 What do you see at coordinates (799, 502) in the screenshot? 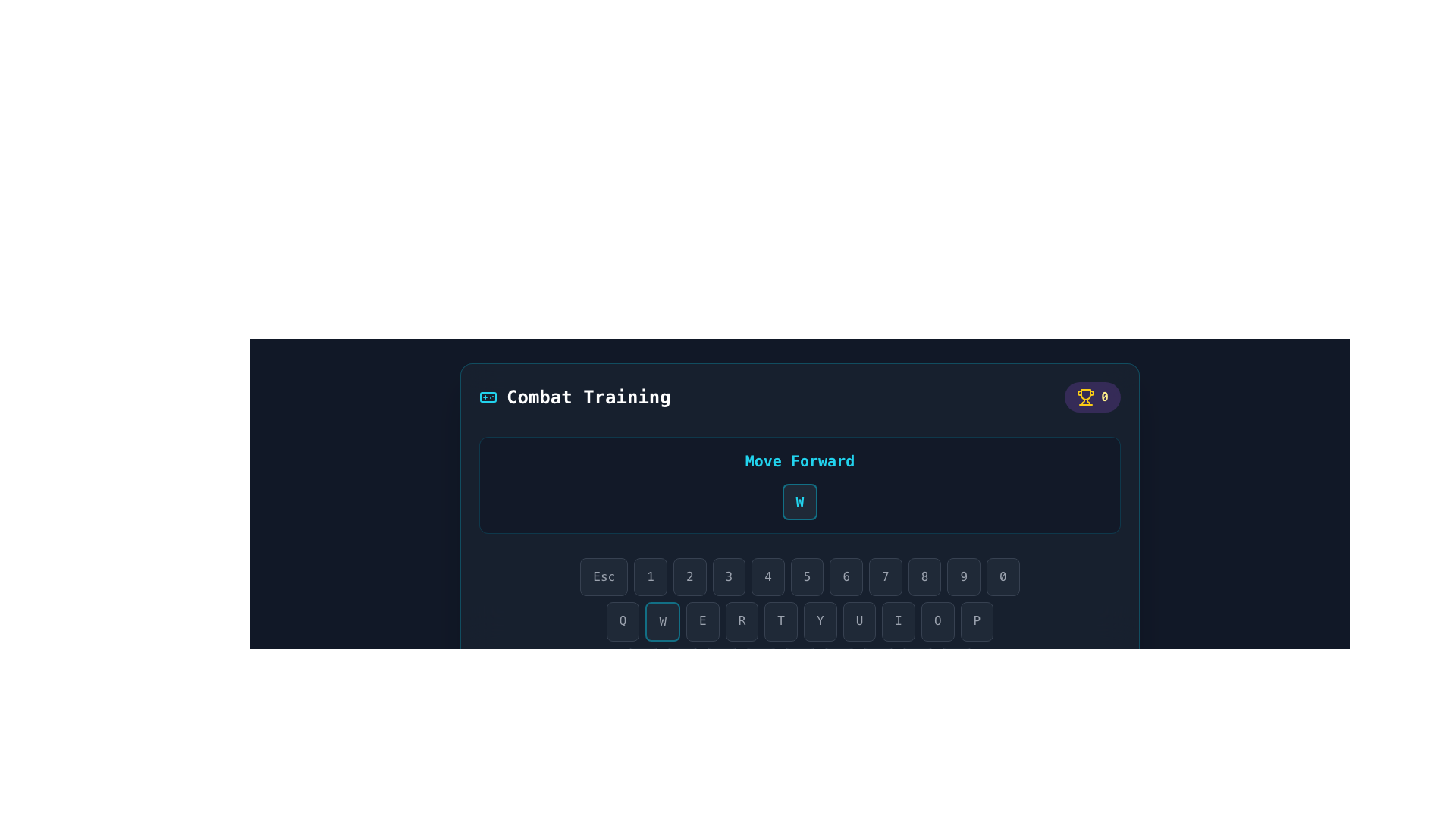
I see `the Virtual keyboard button that has a bold cyan 'W' text, a dark background, and is positioned below the 'Move Forward' text` at bounding box center [799, 502].